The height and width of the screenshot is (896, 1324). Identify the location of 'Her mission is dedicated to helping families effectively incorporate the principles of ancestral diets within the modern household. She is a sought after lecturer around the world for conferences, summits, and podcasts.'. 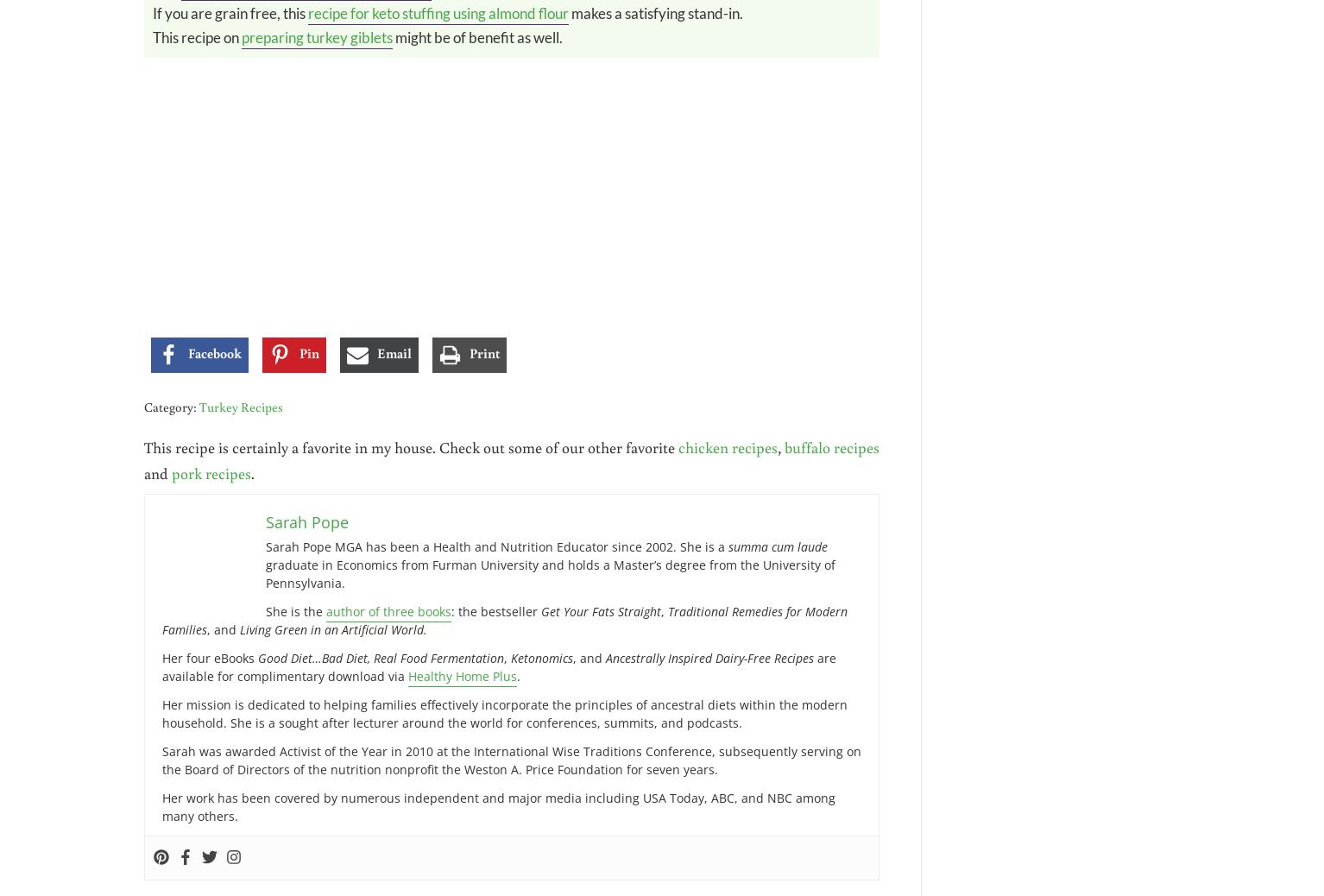
(505, 713).